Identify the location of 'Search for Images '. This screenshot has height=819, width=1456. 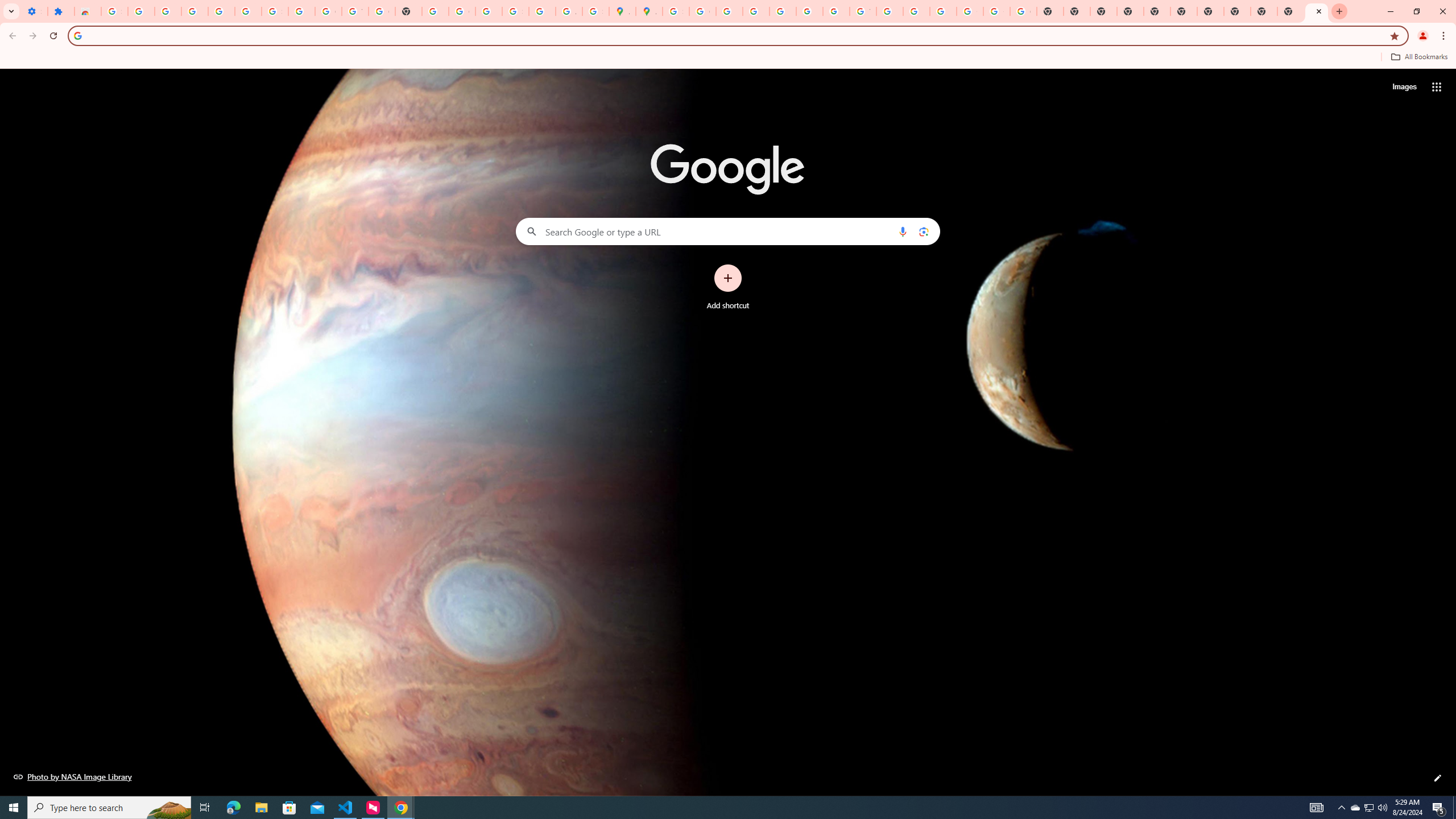
(1404, 87).